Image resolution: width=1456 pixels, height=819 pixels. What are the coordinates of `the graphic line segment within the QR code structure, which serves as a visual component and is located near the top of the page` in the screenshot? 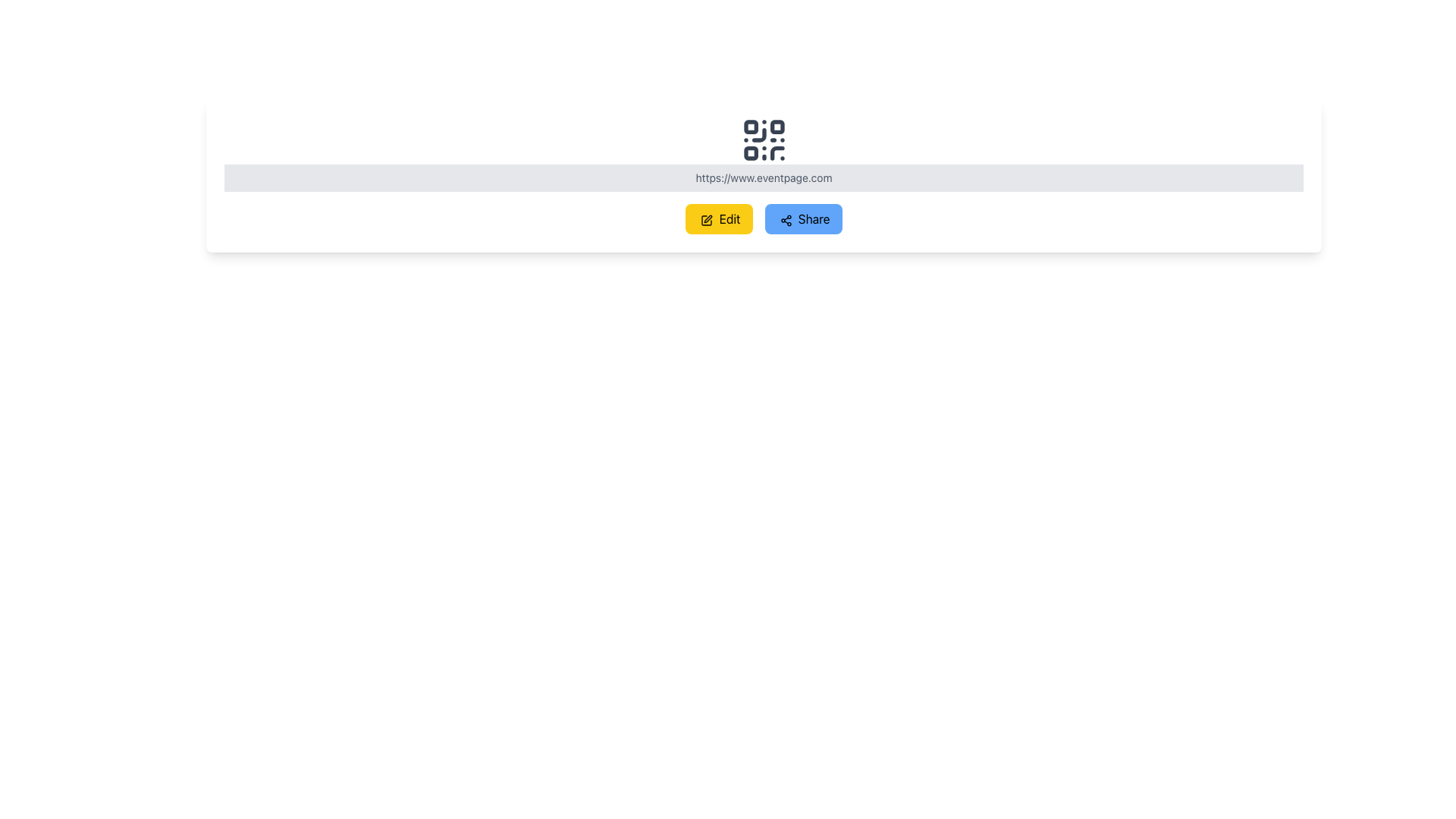 It's located at (758, 134).